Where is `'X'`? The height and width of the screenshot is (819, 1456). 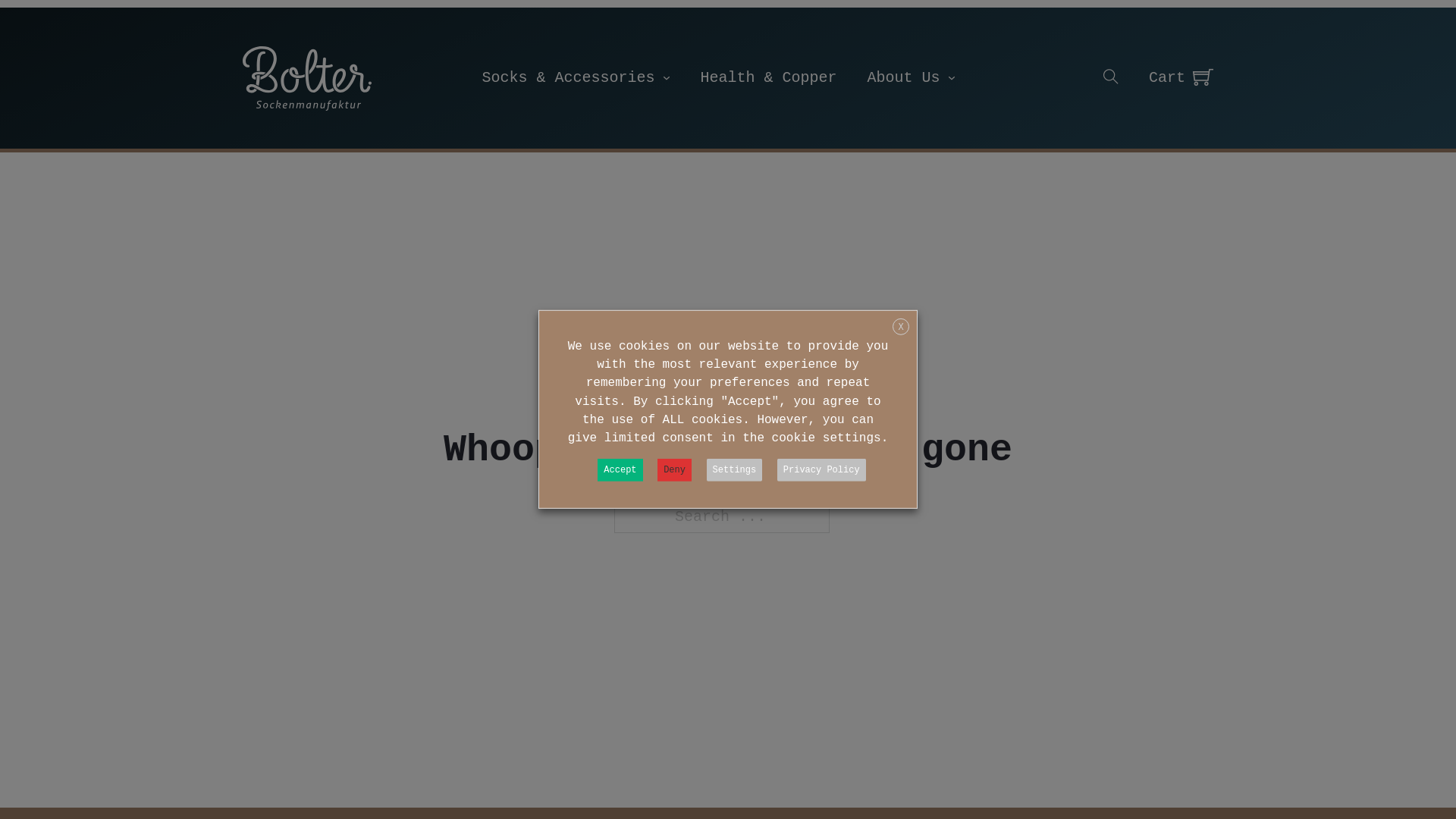
'X' is located at coordinates (901, 326).